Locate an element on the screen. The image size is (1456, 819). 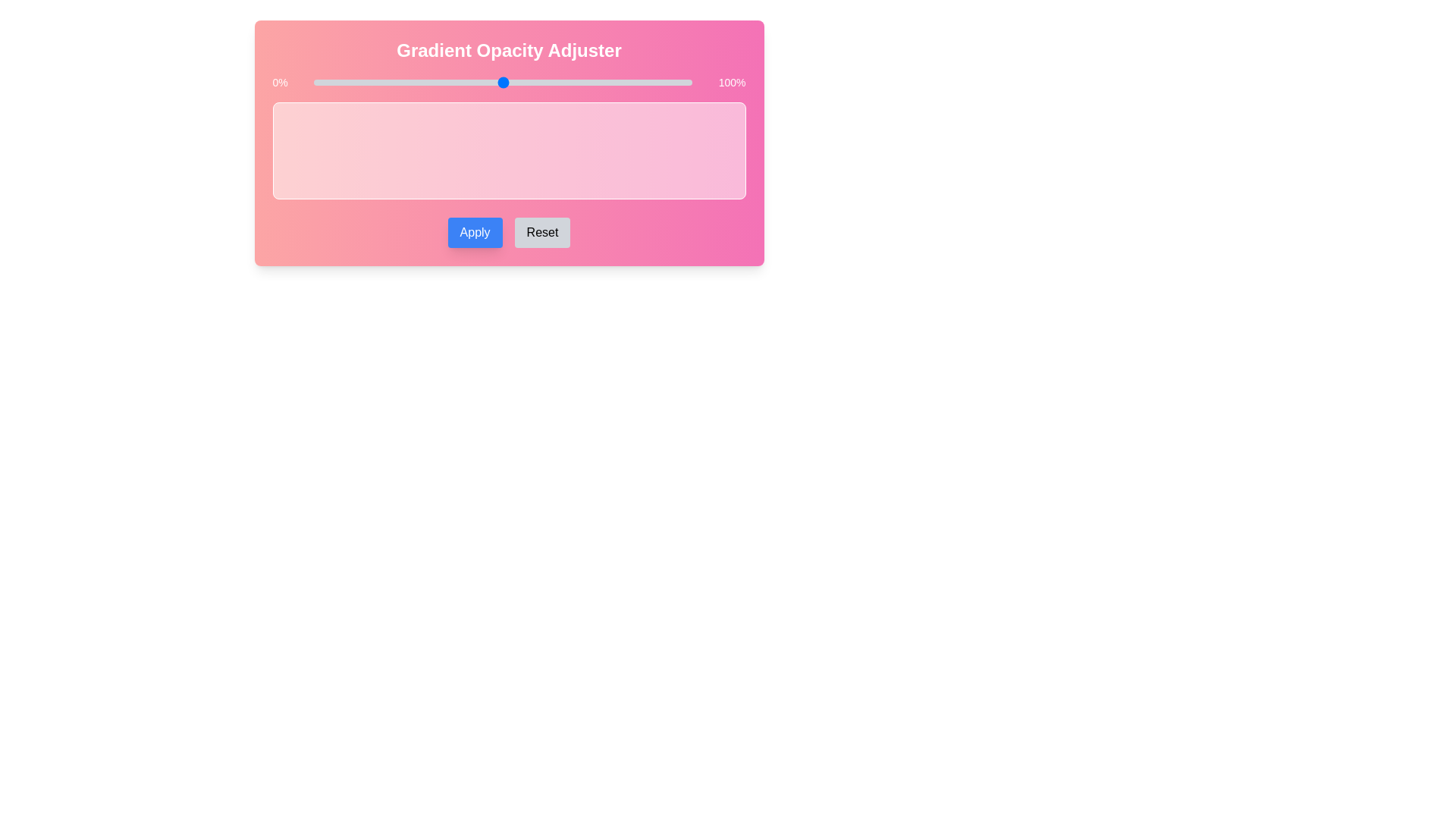
the opacity to 39% using the slider is located at coordinates (460, 82).